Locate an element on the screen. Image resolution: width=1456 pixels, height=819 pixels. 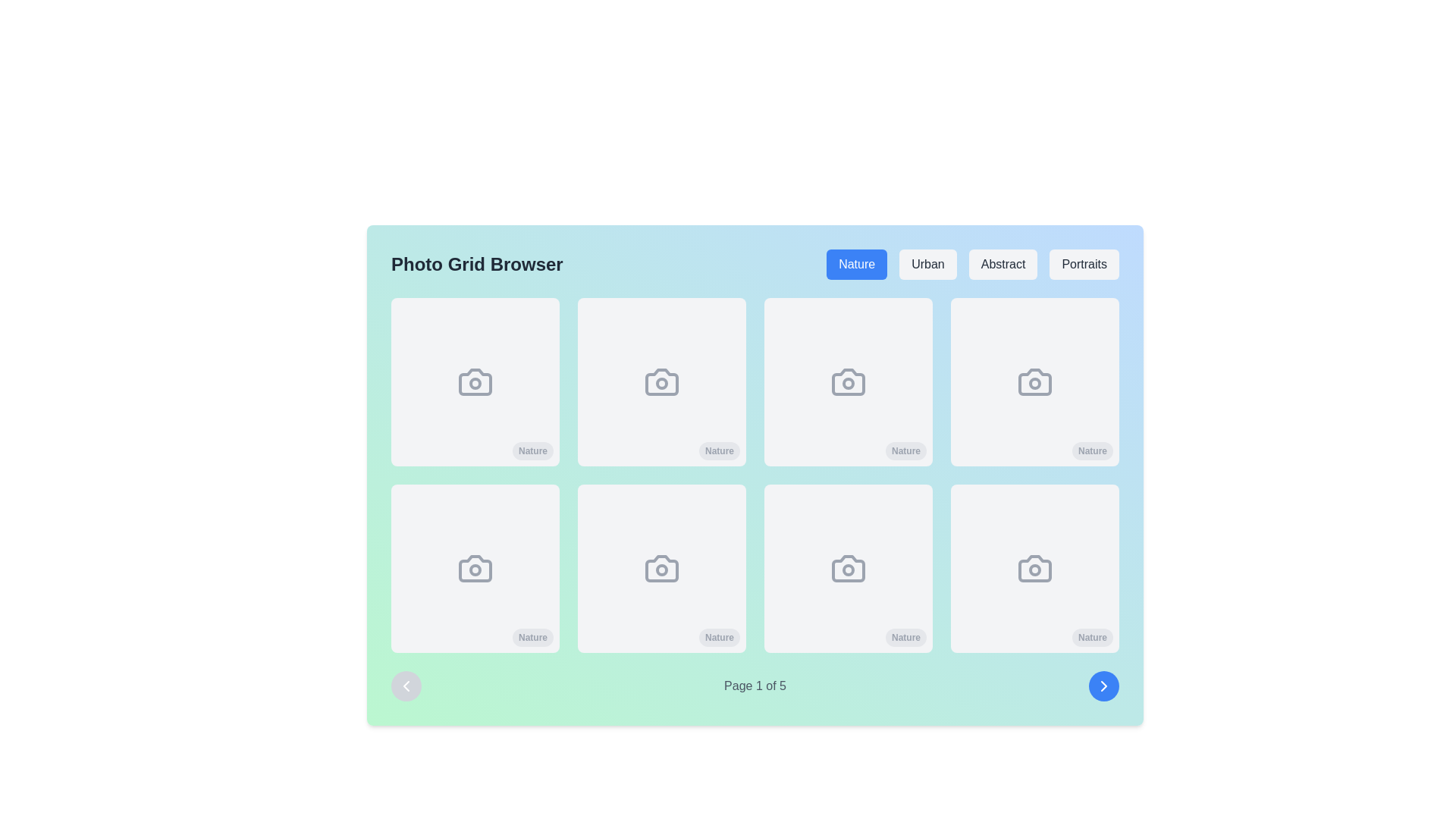
the SVG-based circular icon that indicates an active or selected state within the camera icon, located in the second item of the top row in a 4x2 grid layout is located at coordinates (662, 382).